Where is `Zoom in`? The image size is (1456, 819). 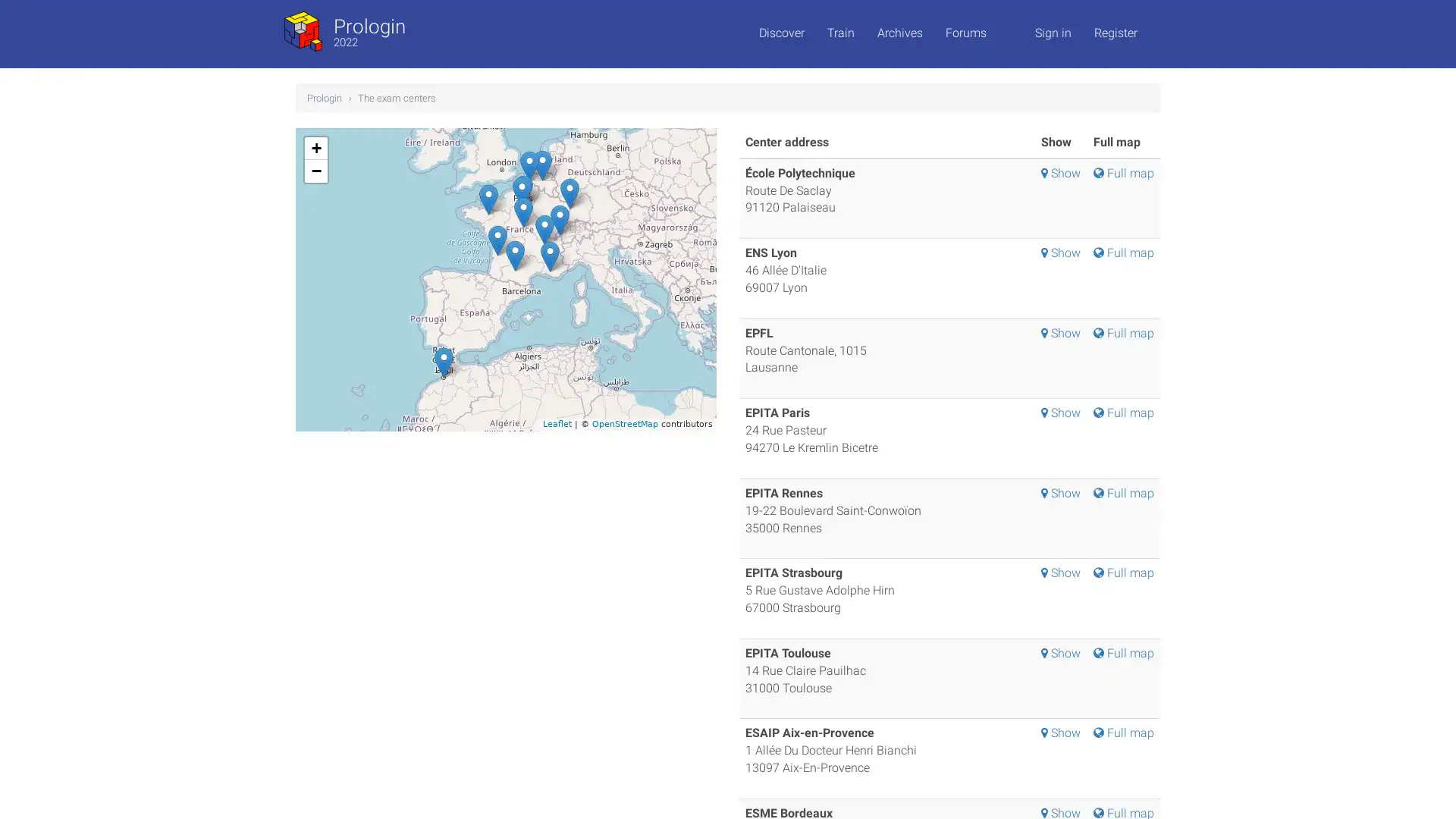
Zoom in is located at coordinates (315, 148).